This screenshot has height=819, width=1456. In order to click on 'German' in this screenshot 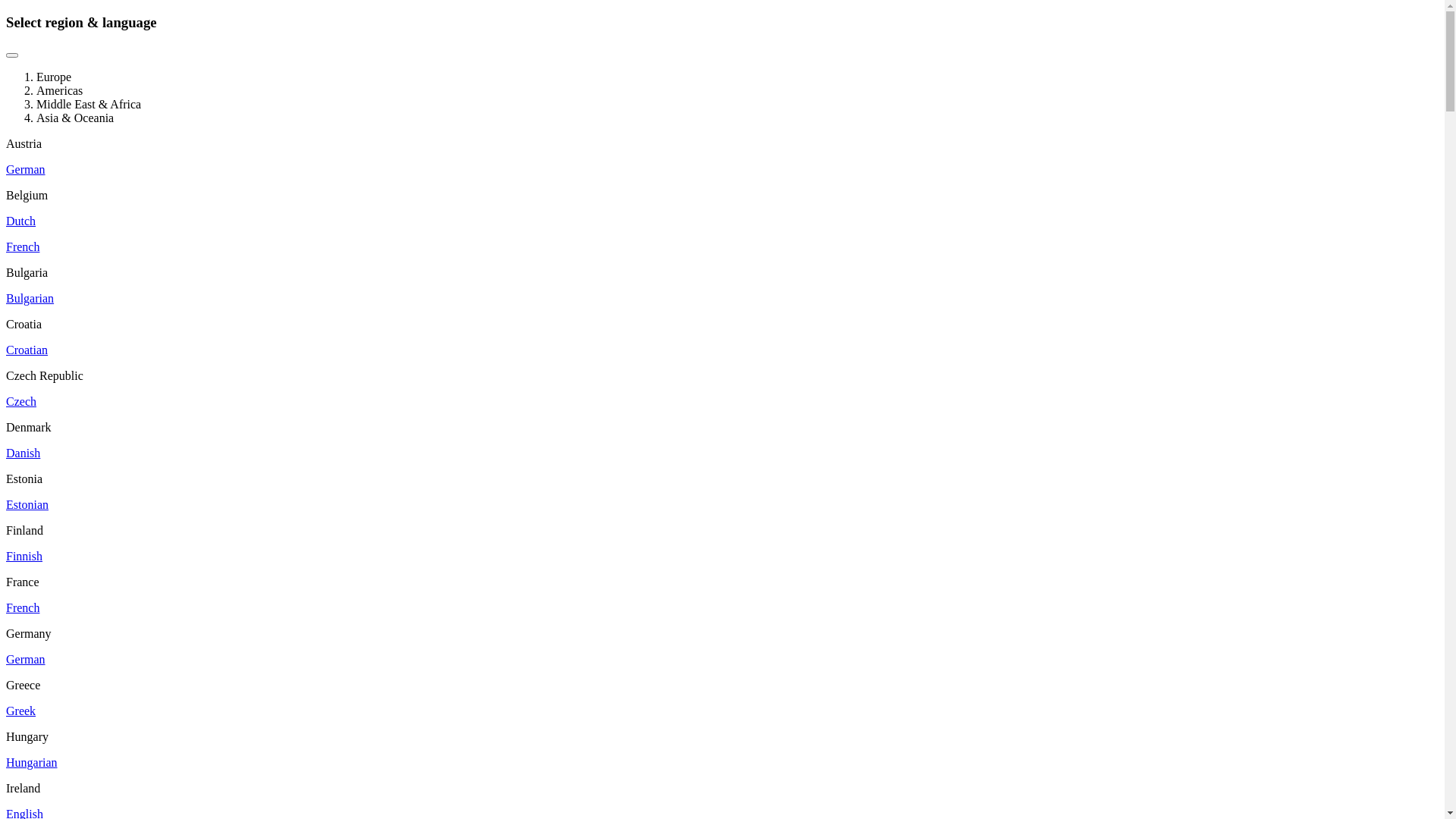, I will do `click(25, 169)`.